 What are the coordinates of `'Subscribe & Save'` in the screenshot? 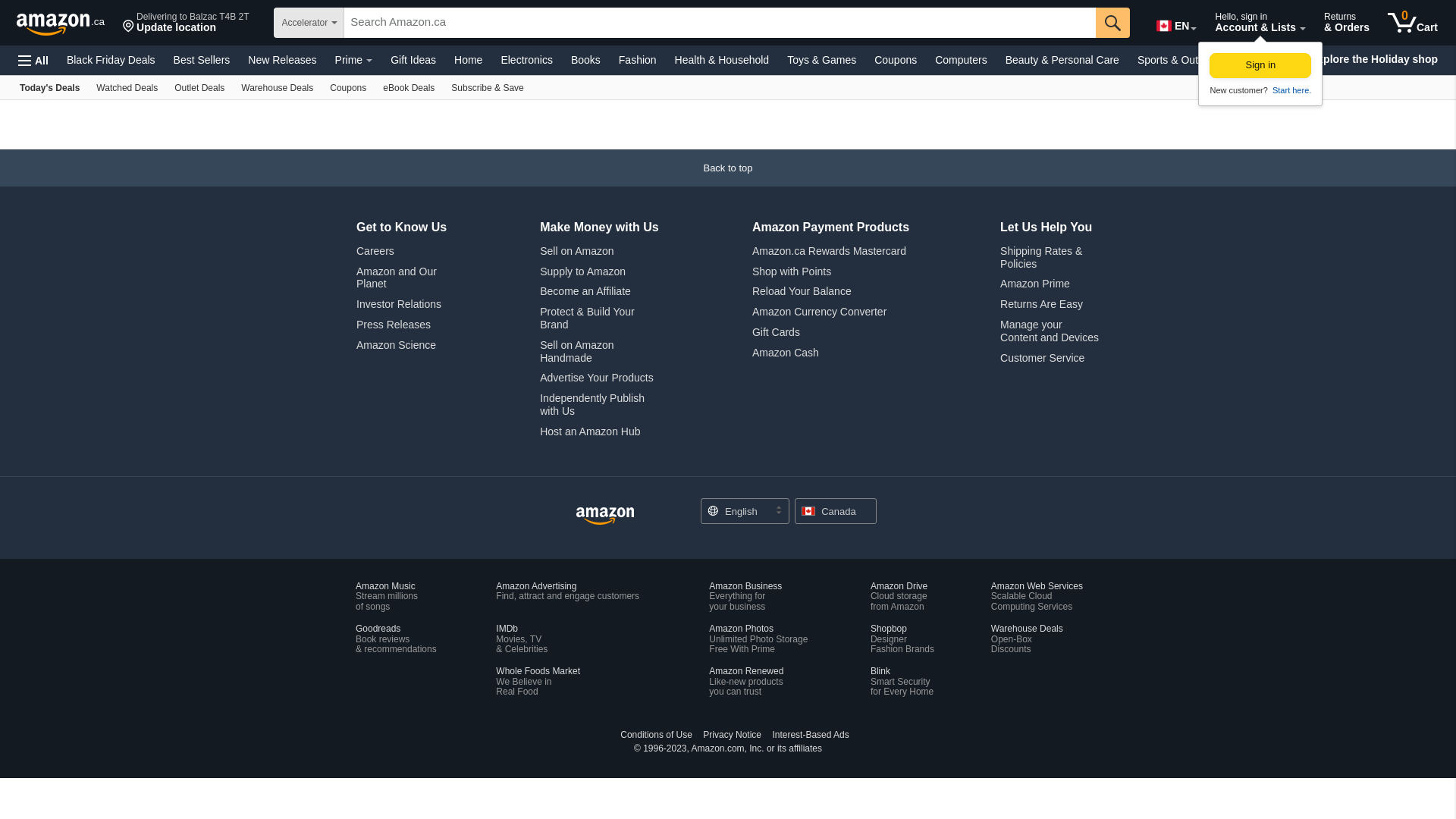 It's located at (442, 87).